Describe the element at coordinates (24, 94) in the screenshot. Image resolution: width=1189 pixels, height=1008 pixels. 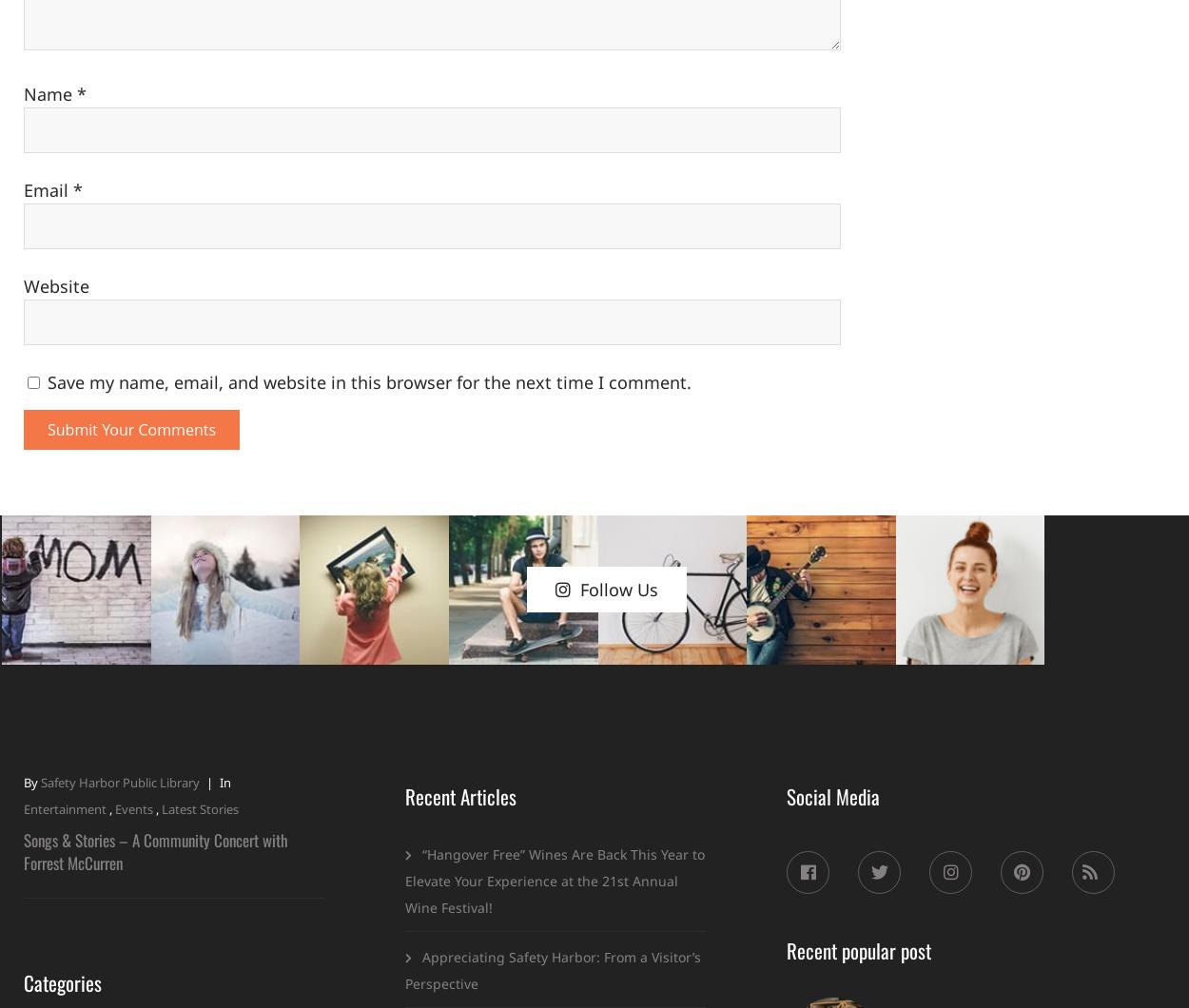
I see `'Name'` at that location.